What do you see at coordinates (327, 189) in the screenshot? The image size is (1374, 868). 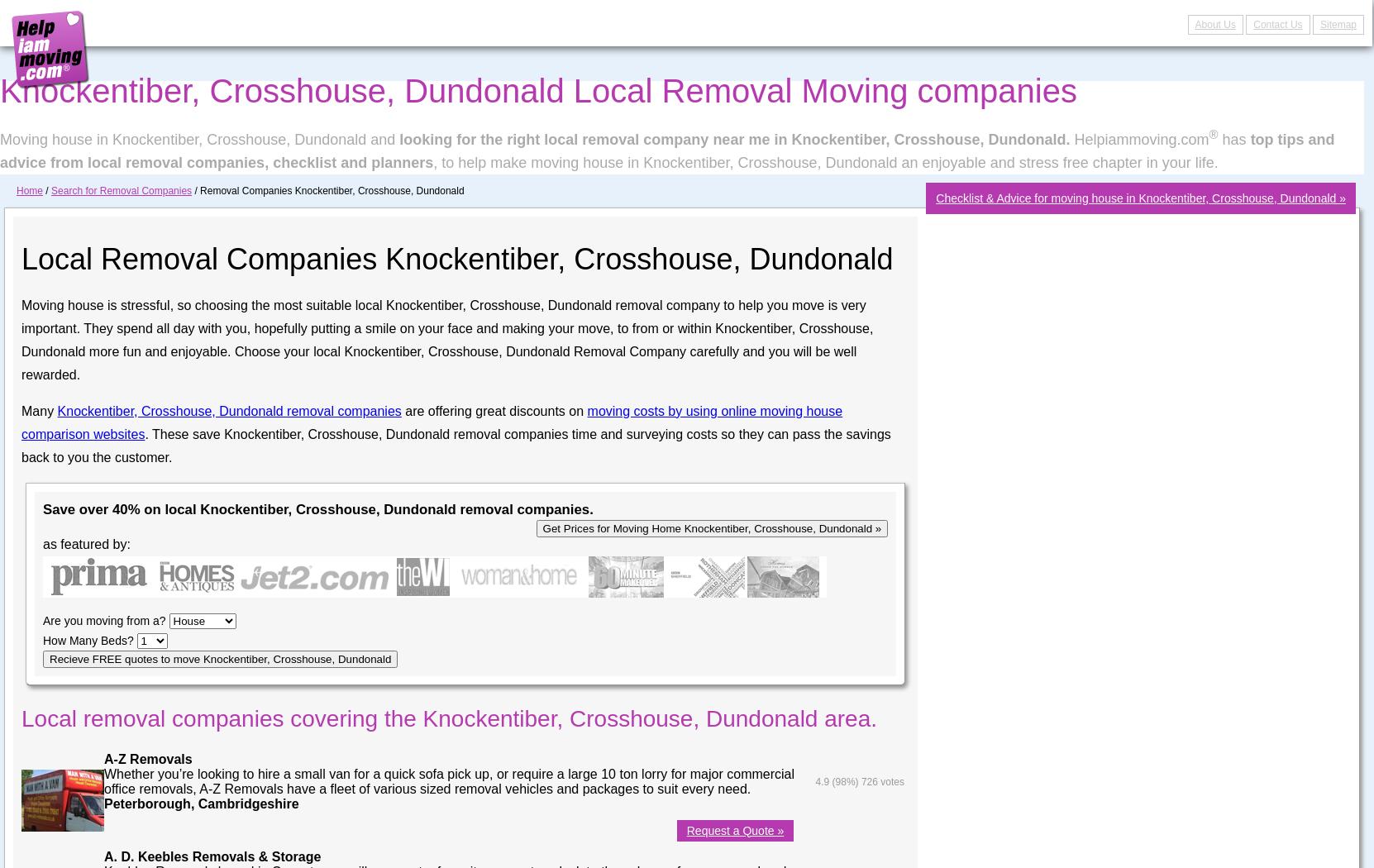 I see `'/ Removal Companies Knockentiber, Crosshouse, Dundonald'` at bounding box center [327, 189].